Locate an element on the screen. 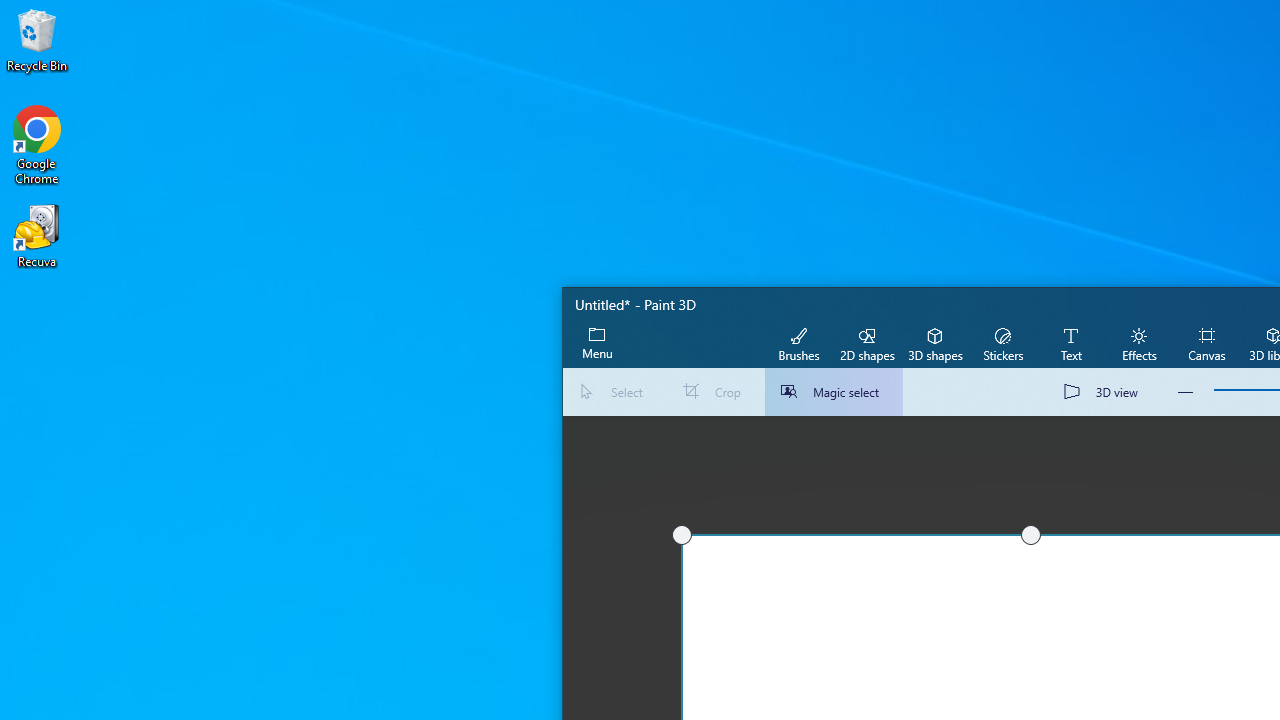 The image size is (1280, 720). 'Crop' is located at coordinates (716, 392).